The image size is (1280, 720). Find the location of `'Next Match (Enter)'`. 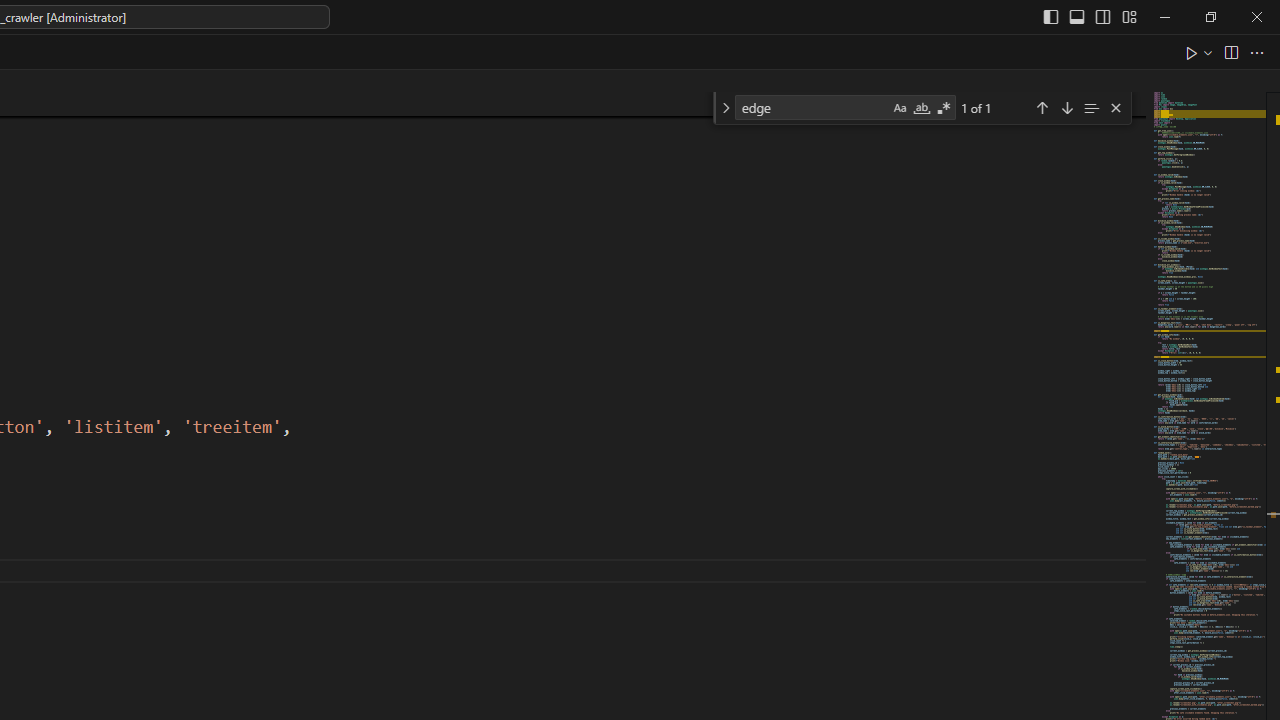

'Next Match (Enter)' is located at coordinates (1065, 107).